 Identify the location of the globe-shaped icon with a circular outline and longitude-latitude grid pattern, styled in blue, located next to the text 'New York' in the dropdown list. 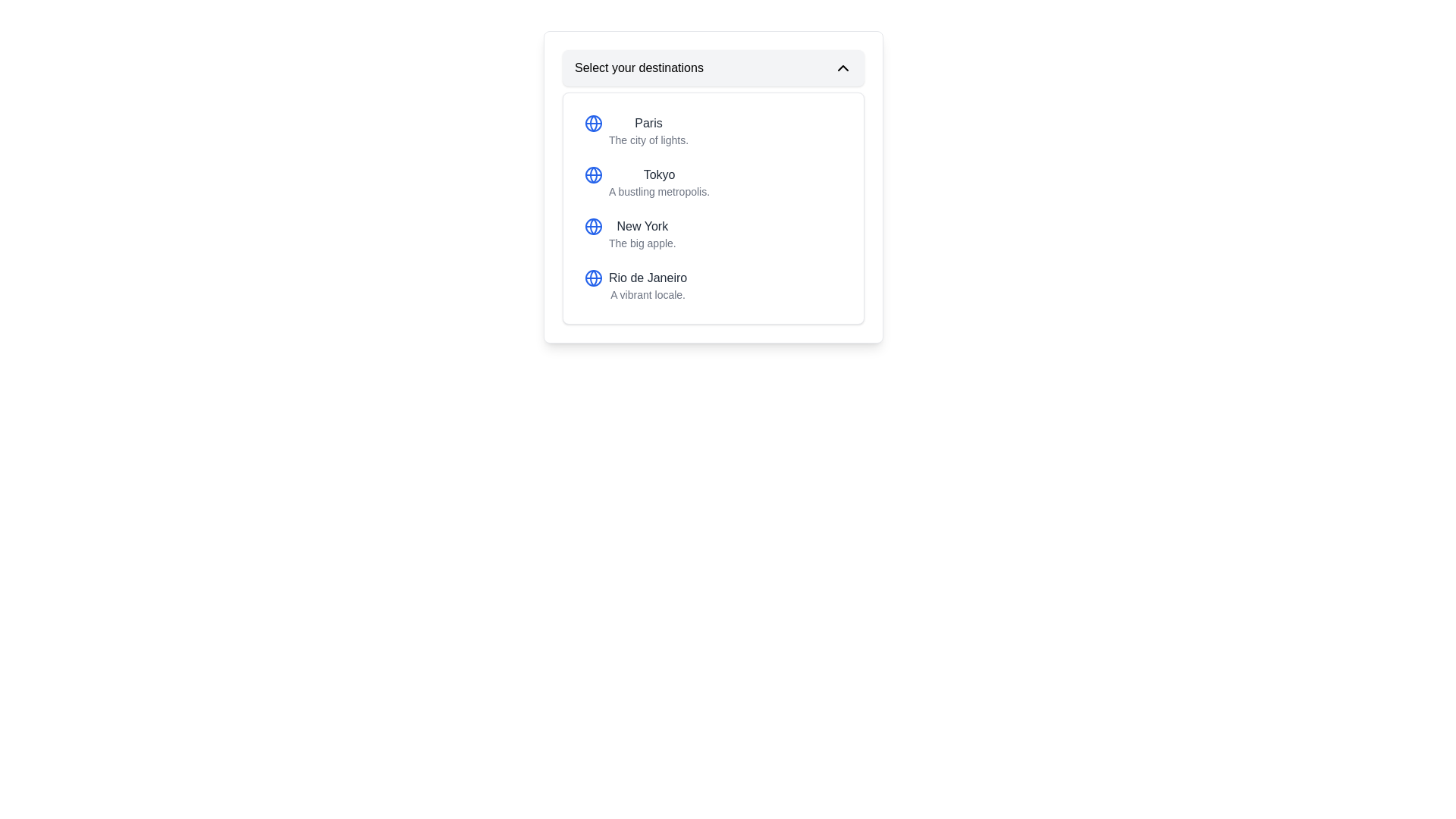
(592, 227).